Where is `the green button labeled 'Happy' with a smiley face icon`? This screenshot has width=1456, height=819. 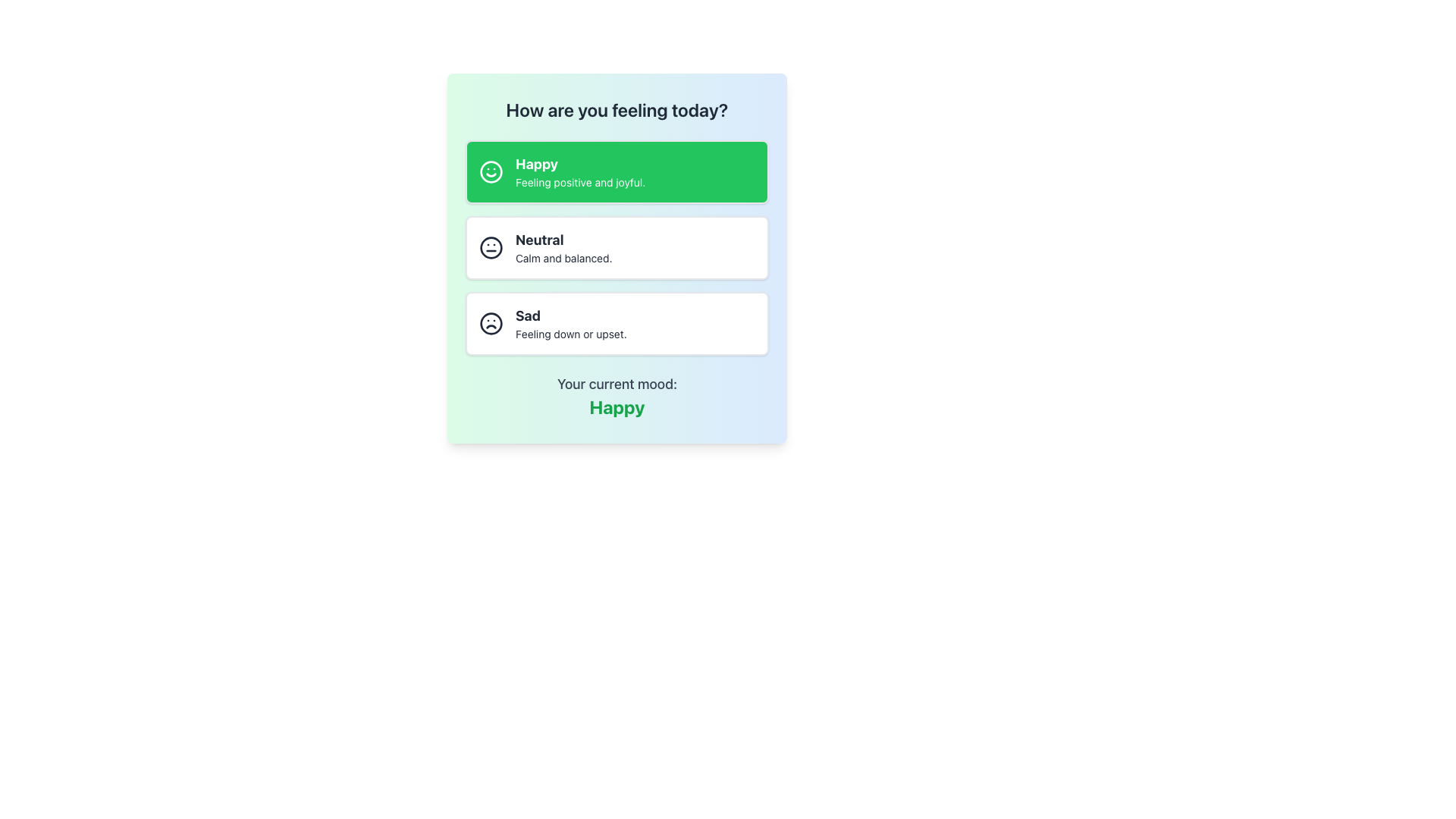 the green button labeled 'Happy' with a smiley face icon is located at coordinates (617, 171).